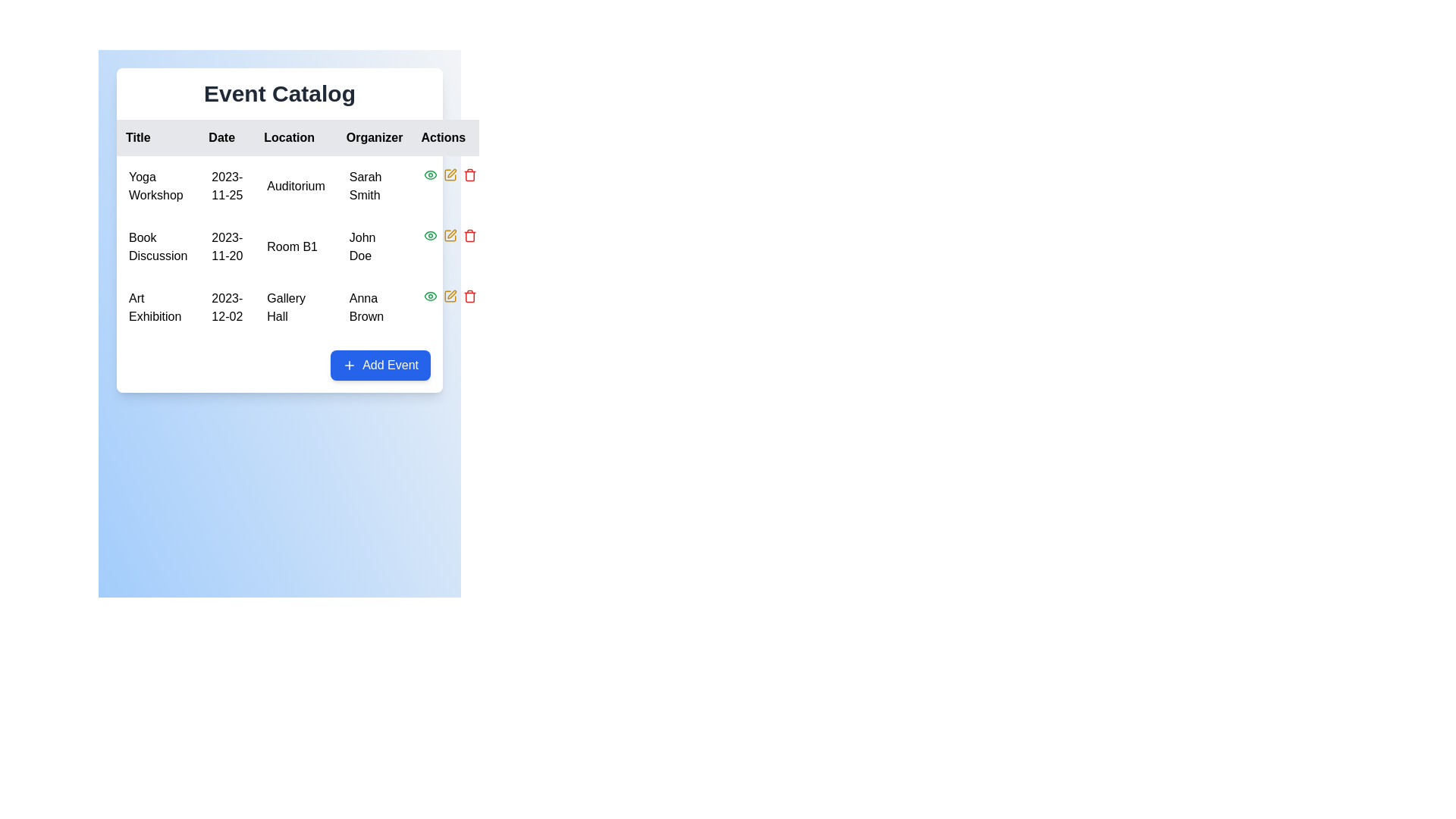  What do you see at coordinates (450, 236) in the screenshot?
I see `the yellow pencil icon in the 'Actions' column of the 'Book Discussion' row to initiate editing the event` at bounding box center [450, 236].